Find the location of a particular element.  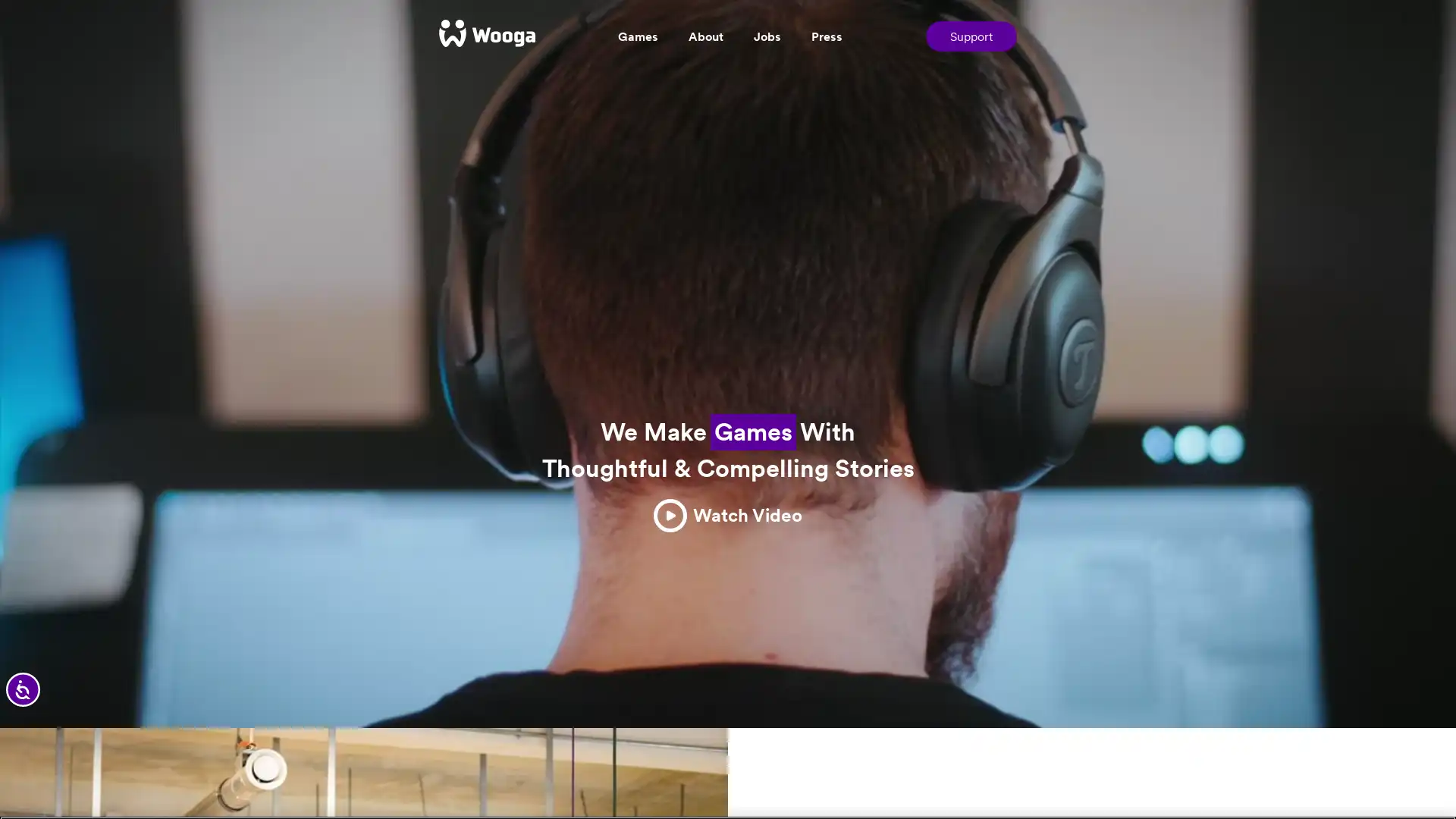

Close is located at coordinates (1430, 778).